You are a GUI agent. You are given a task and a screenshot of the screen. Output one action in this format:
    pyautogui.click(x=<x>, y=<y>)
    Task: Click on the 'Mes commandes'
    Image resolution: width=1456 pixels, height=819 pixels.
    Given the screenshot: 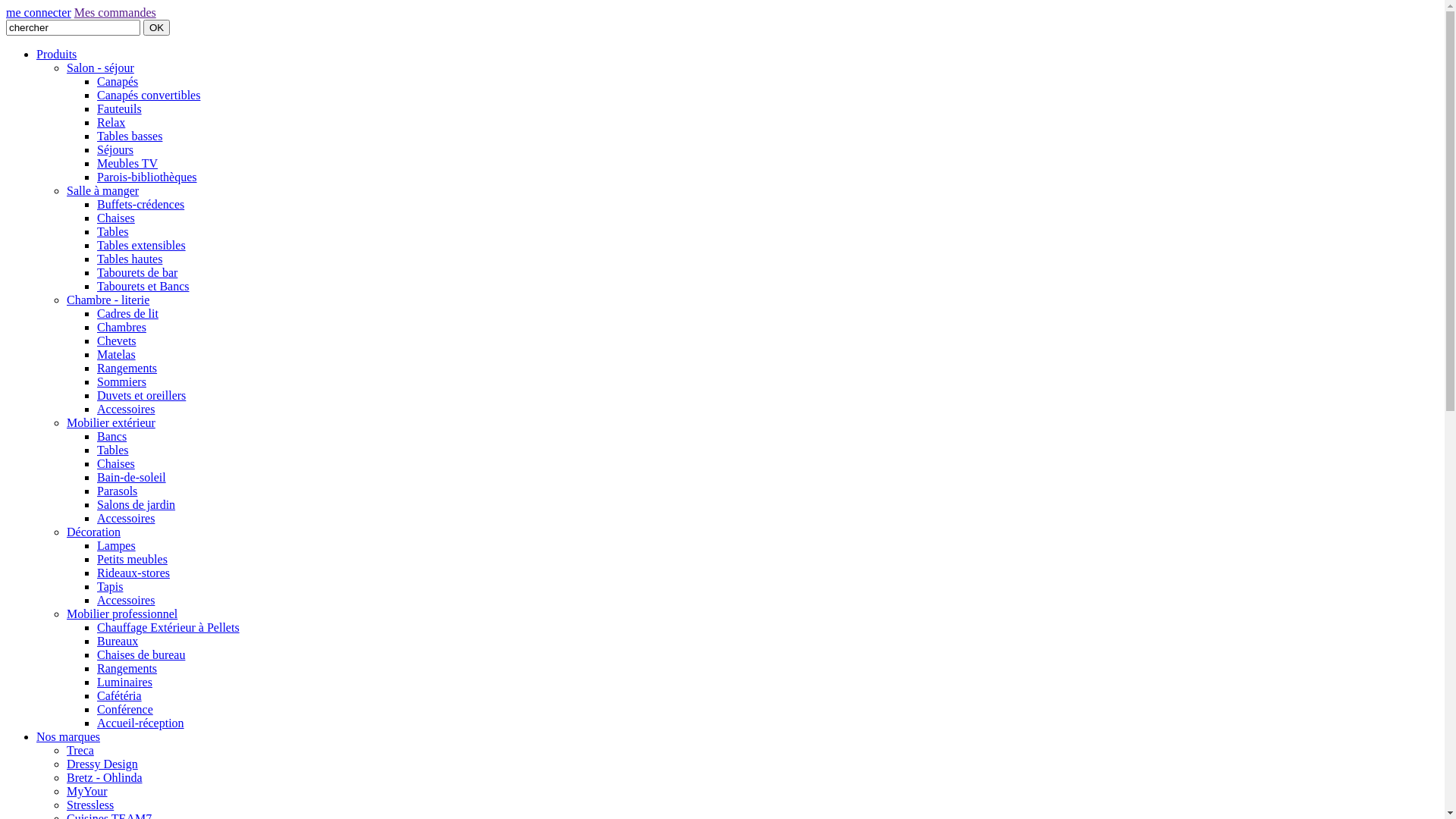 What is the action you would take?
    pyautogui.click(x=115, y=12)
    